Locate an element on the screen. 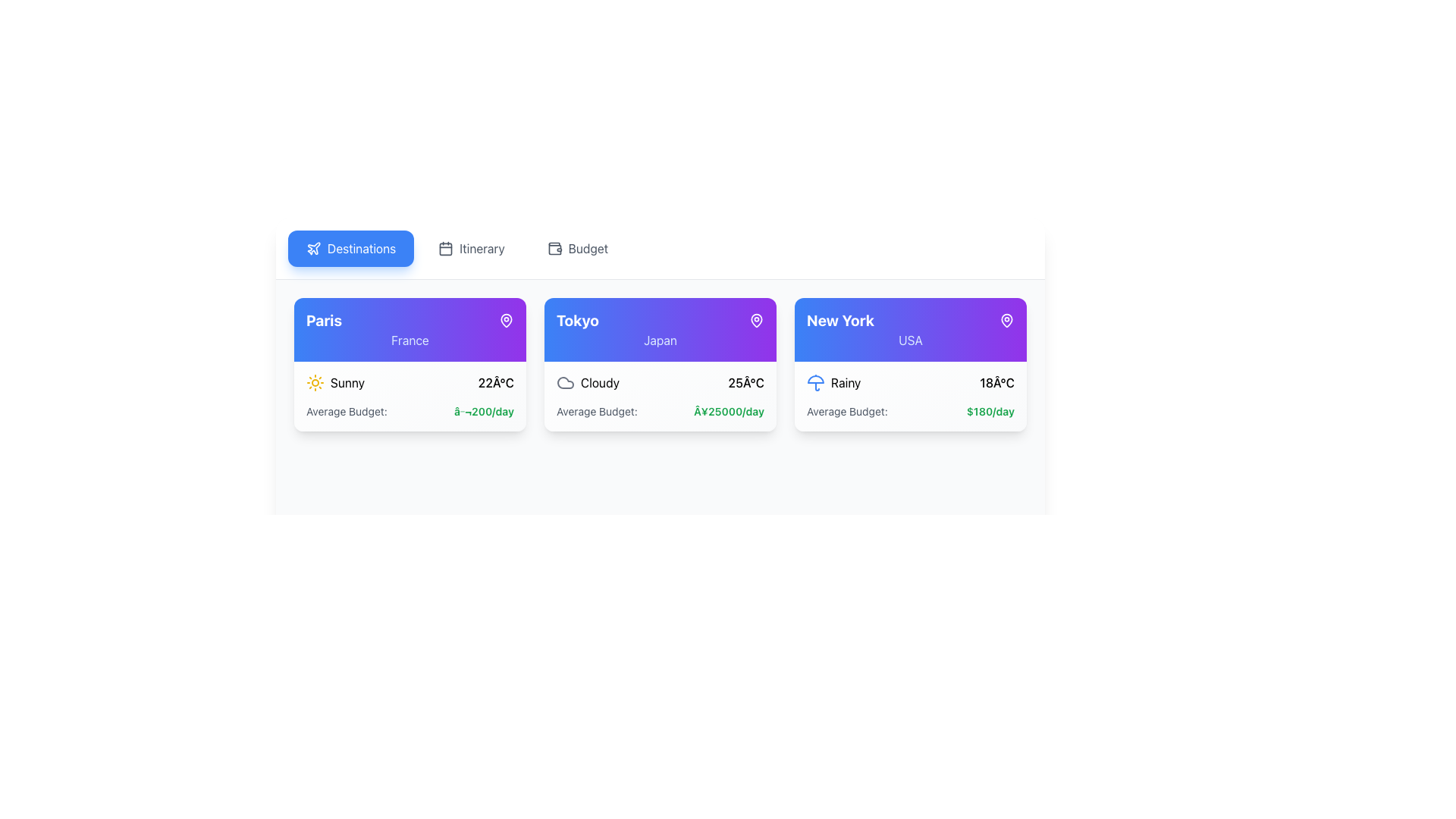 The height and width of the screenshot is (819, 1456). the 'Itinerary' button located between the 'Destinations' and 'Budget' buttons is located at coordinates (470, 247).